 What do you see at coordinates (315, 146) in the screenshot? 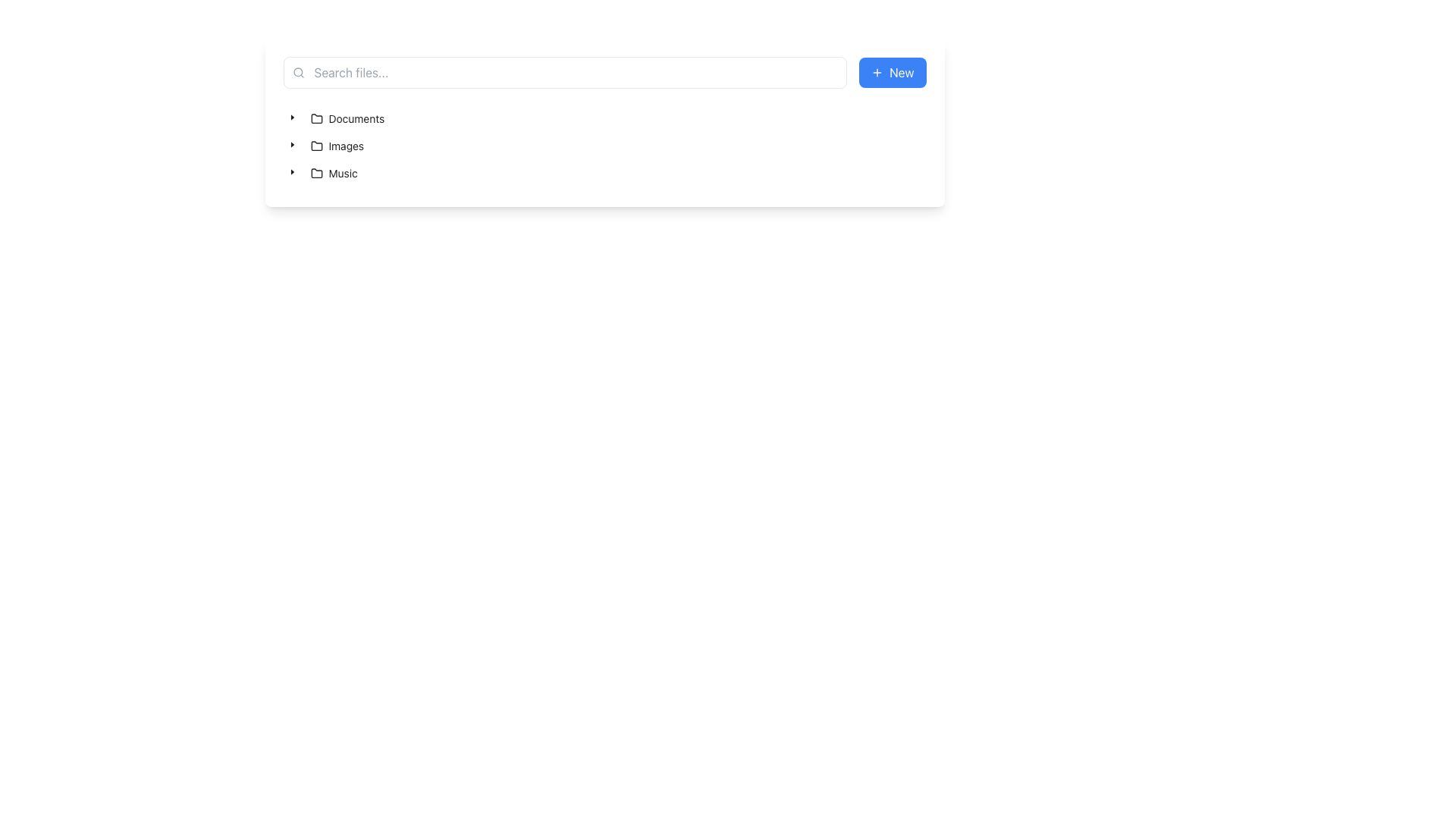
I see `the minimalistic black outlined folder icon located to the left of the 'Images' label to focus or select the associated folder` at bounding box center [315, 146].